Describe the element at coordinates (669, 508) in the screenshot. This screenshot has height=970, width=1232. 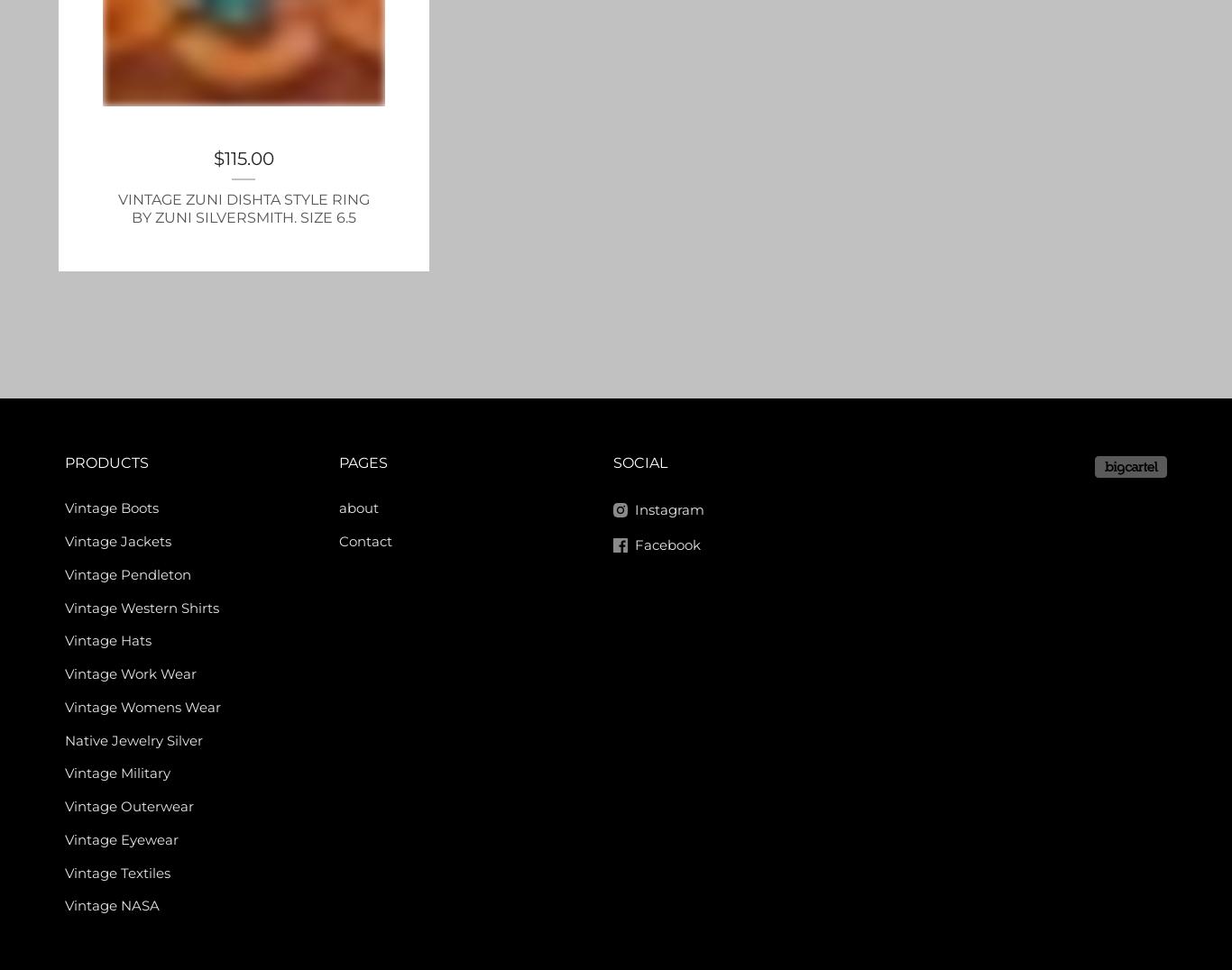
I see `'Instagram'` at that location.